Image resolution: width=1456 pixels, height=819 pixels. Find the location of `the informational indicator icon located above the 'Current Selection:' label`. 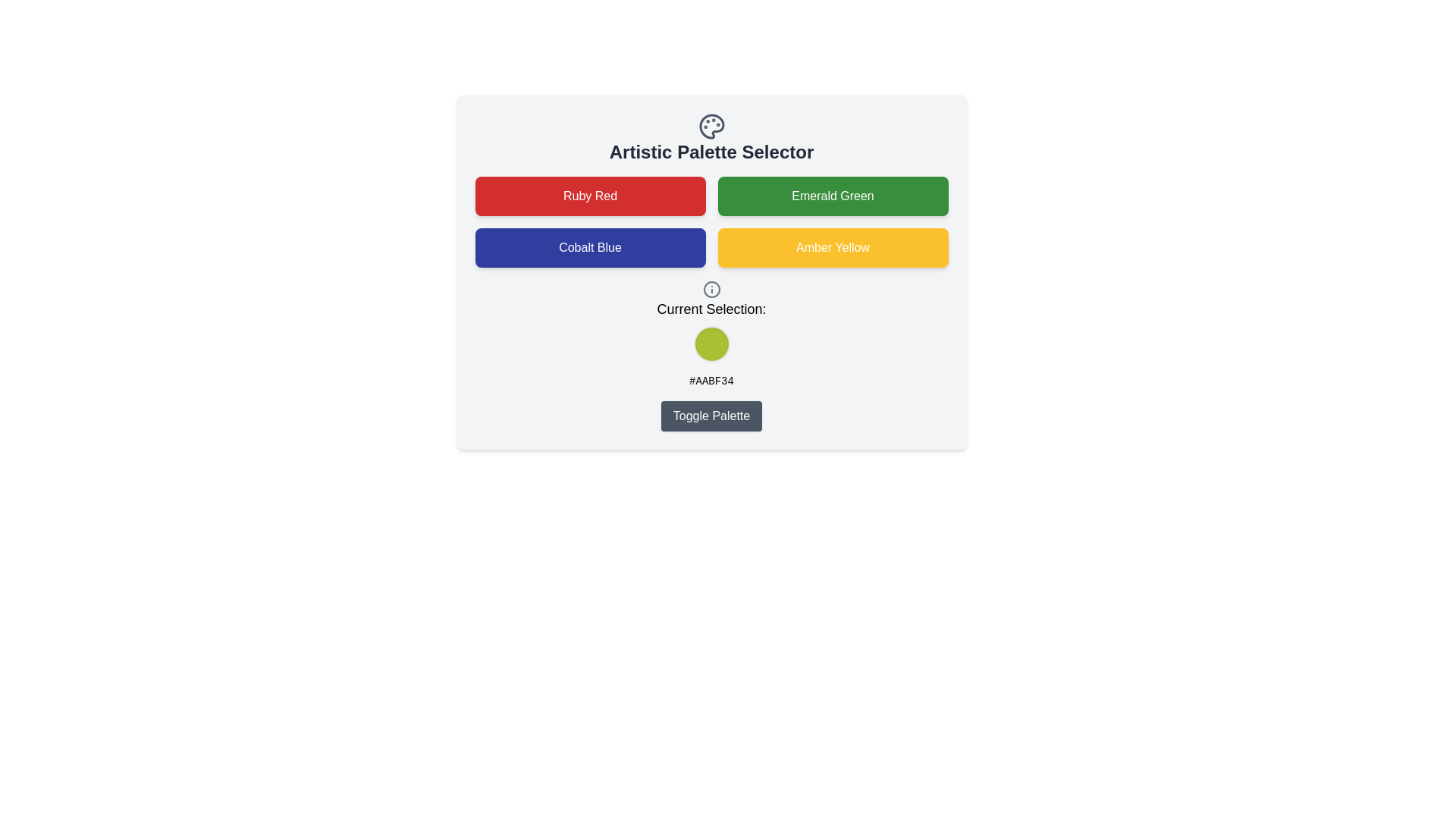

the informational indicator icon located above the 'Current Selection:' label is located at coordinates (711, 289).